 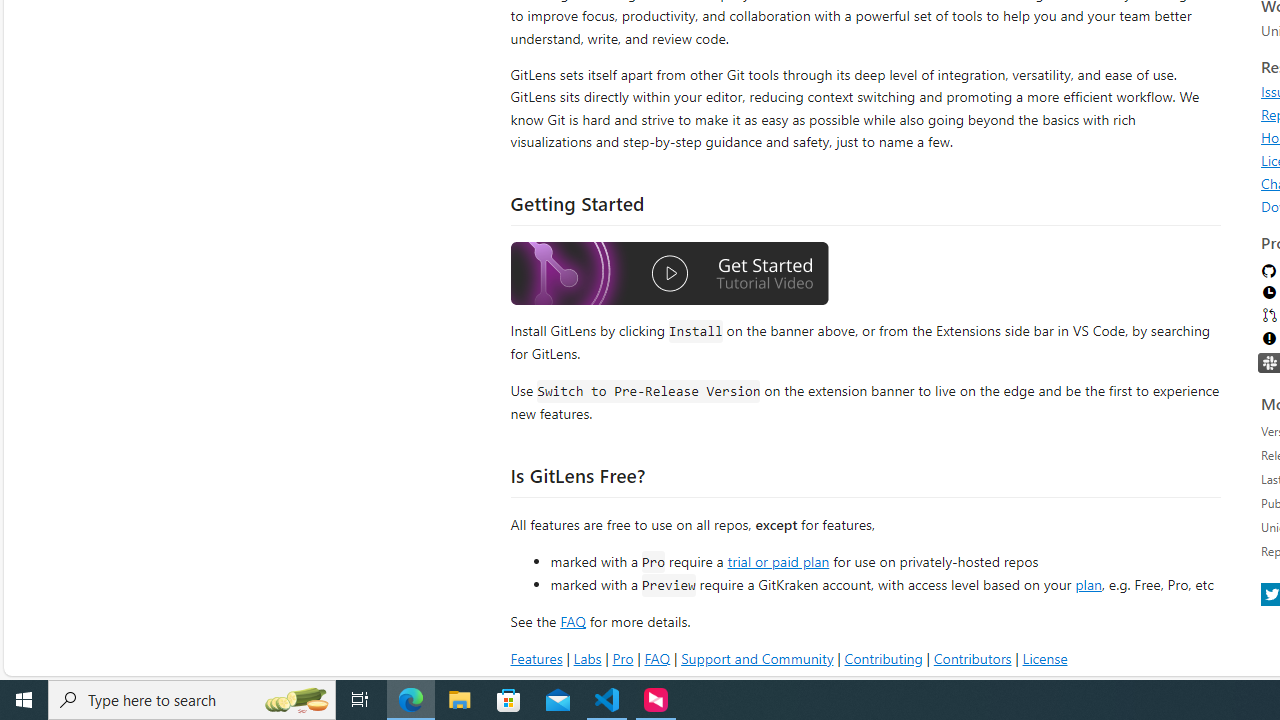 I want to click on 'Features', so click(x=536, y=658).